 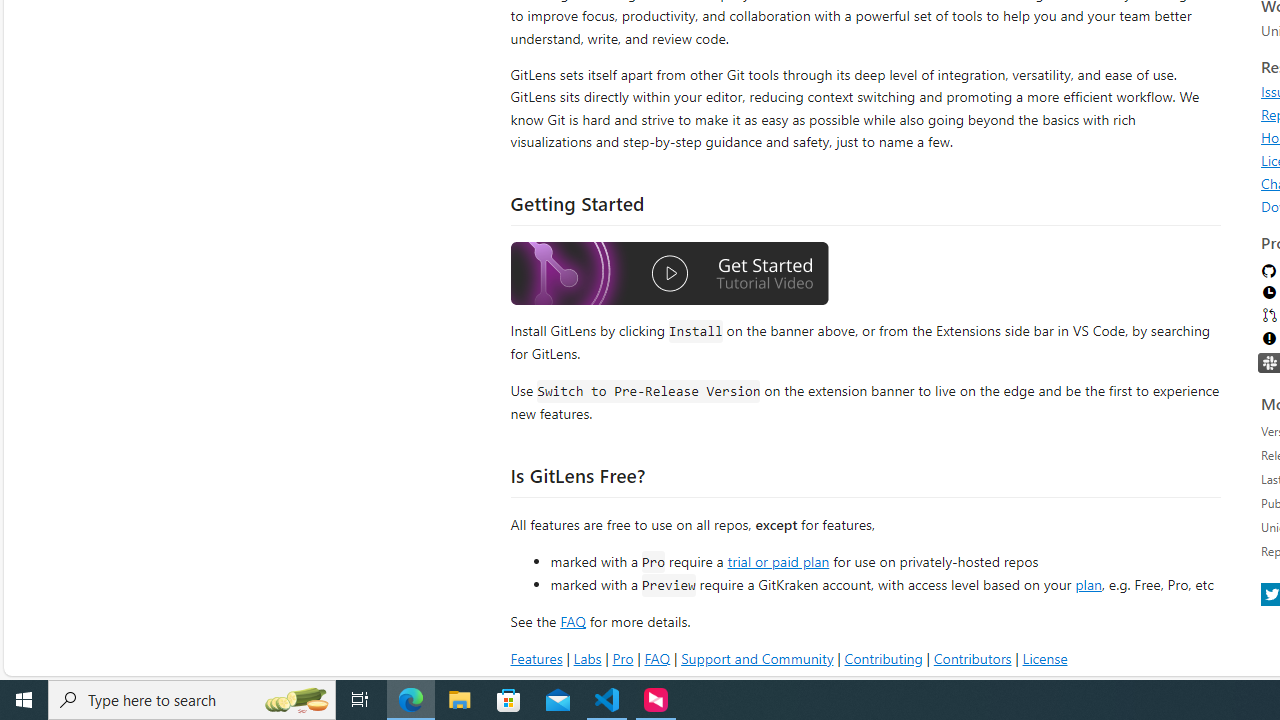 I want to click on 'Features', so click(x=536, y=658).